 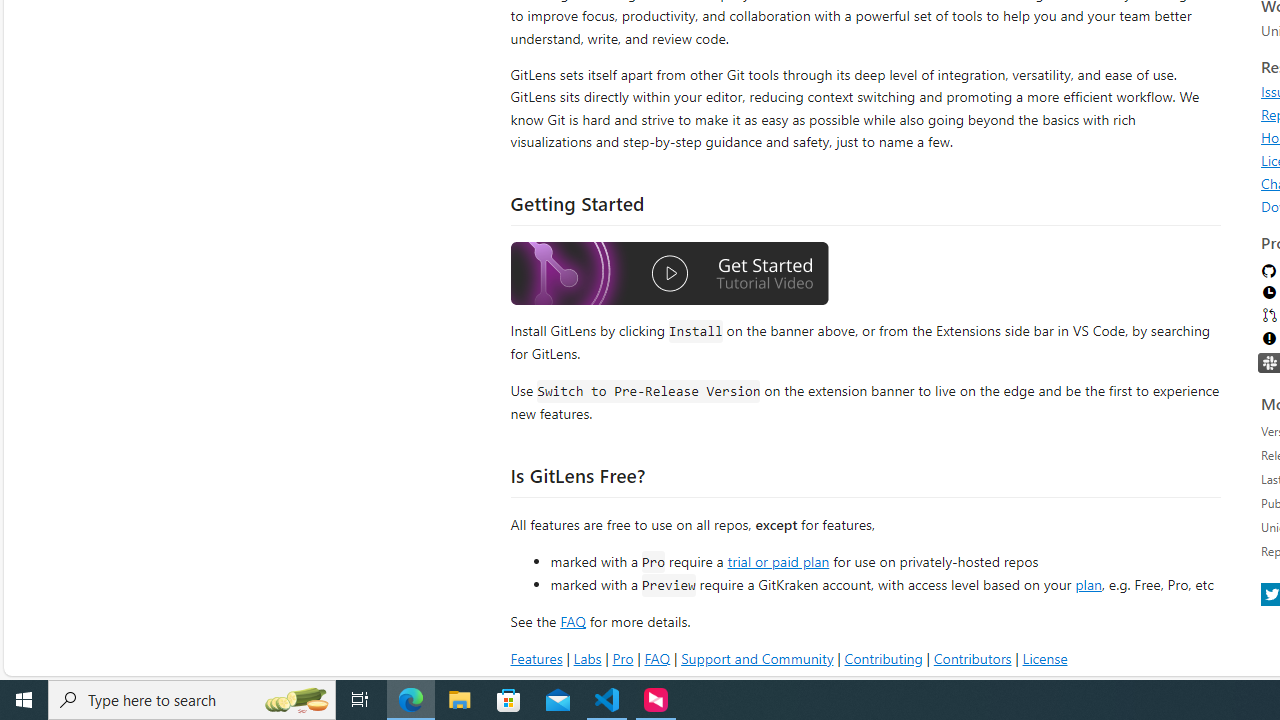 I want to click on 'Features', so click(x=536, y=658).